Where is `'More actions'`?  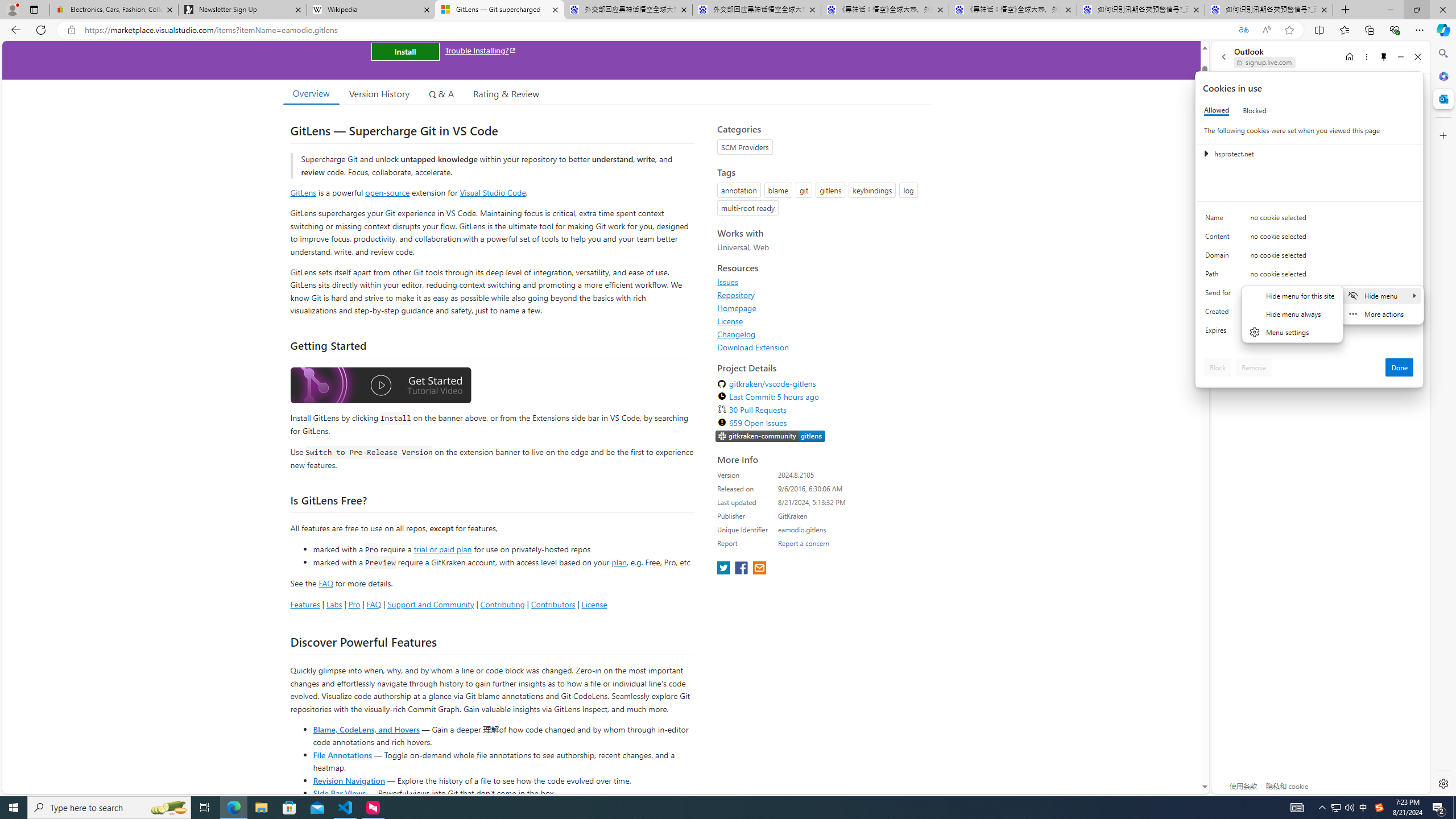
'More actions' is located at coordinates (1381, 313).